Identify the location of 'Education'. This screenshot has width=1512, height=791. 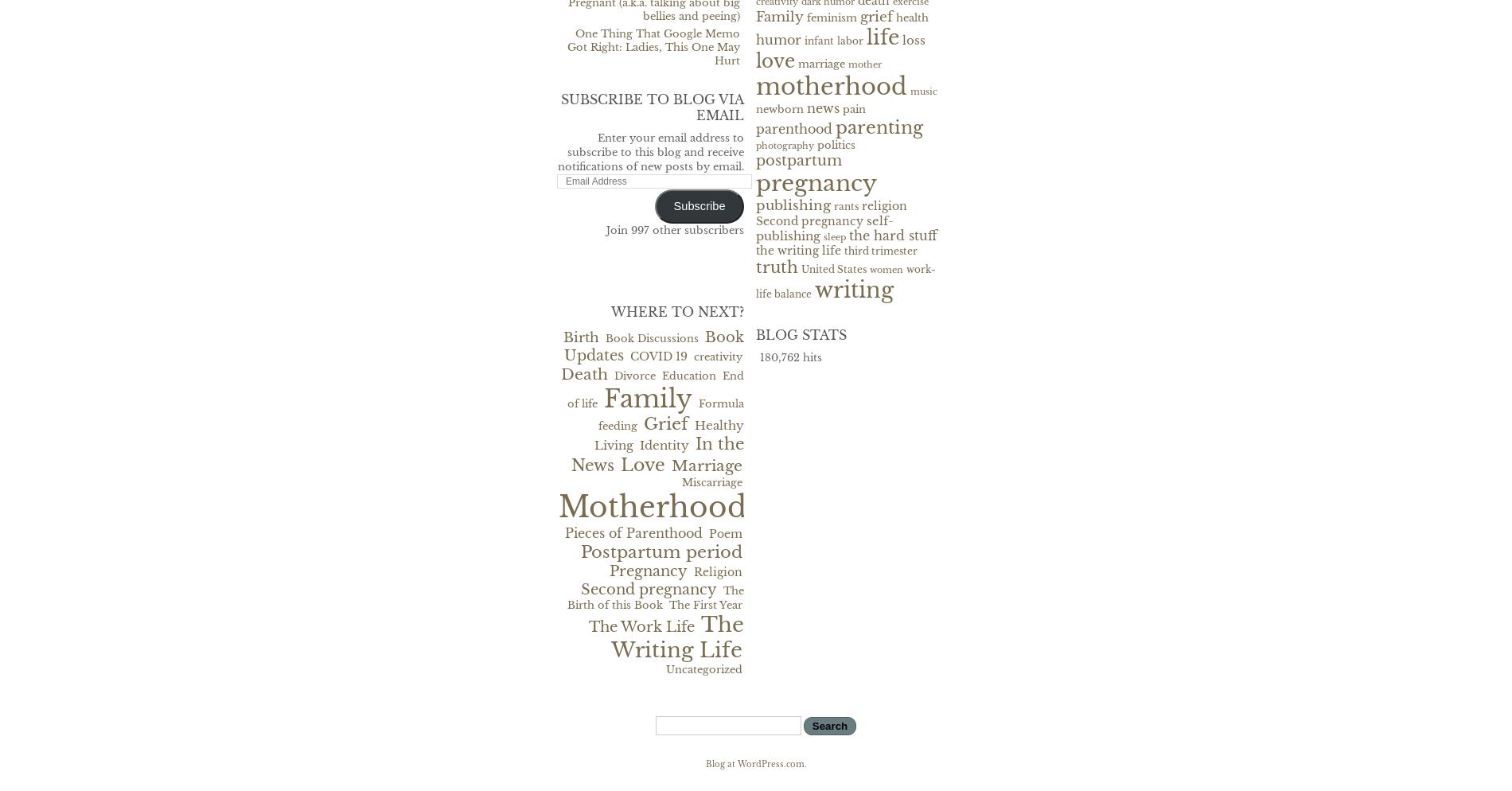
(661, 375).